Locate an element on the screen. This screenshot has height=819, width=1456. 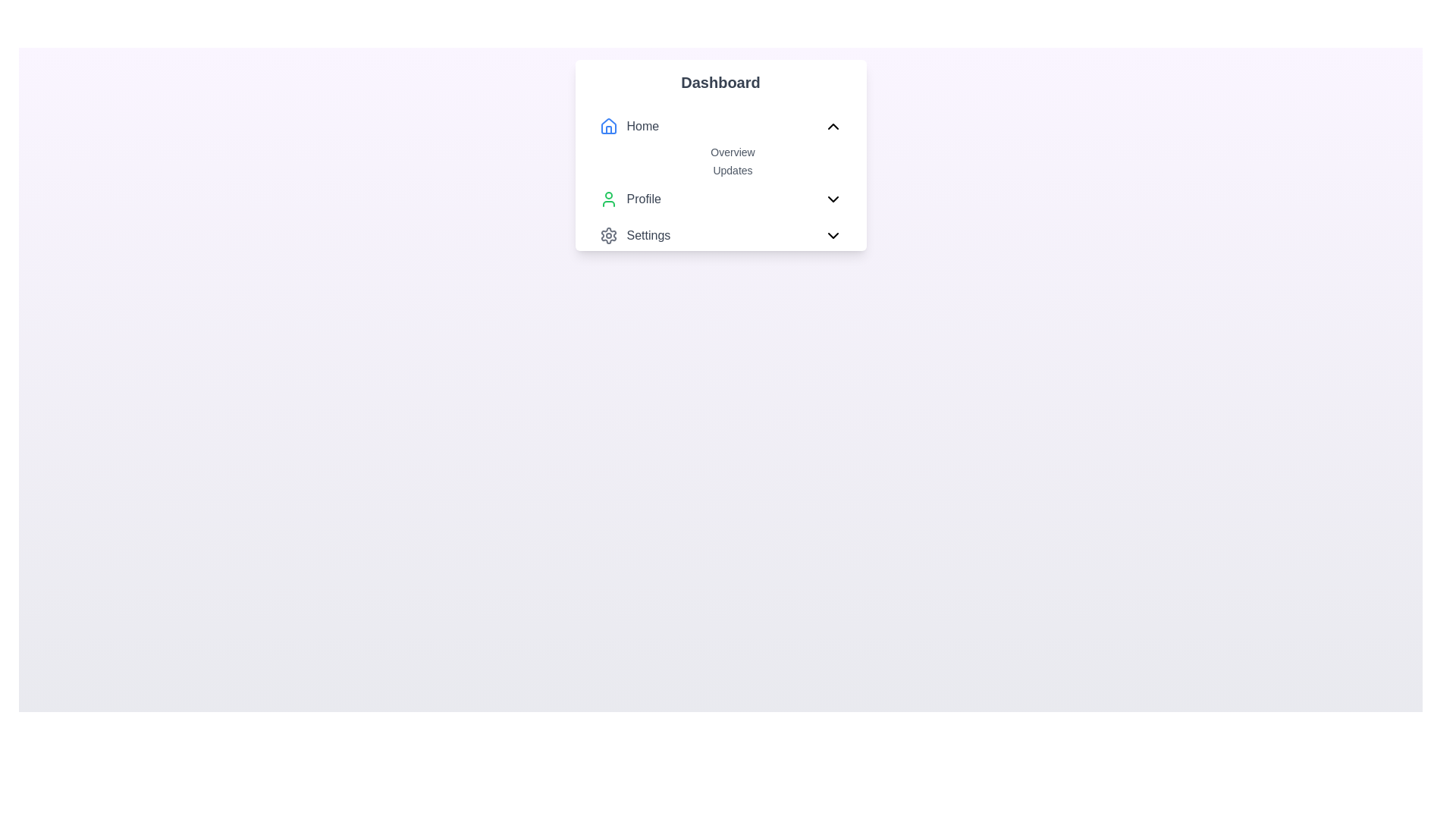
the 'Profile' text label in the menu, which is the second item below 'Home' and above 'Settings' is located at coordinates (644, 198).